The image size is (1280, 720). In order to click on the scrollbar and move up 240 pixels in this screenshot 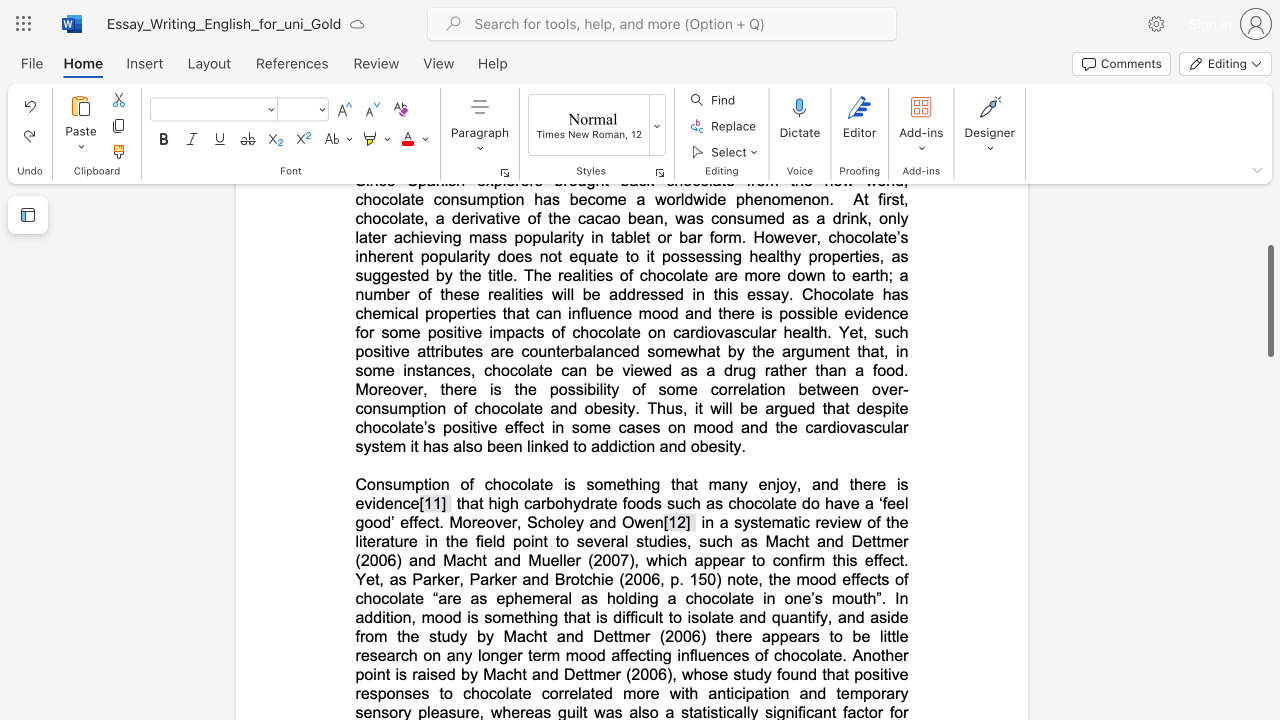, I will do `click(1269, 301)`.